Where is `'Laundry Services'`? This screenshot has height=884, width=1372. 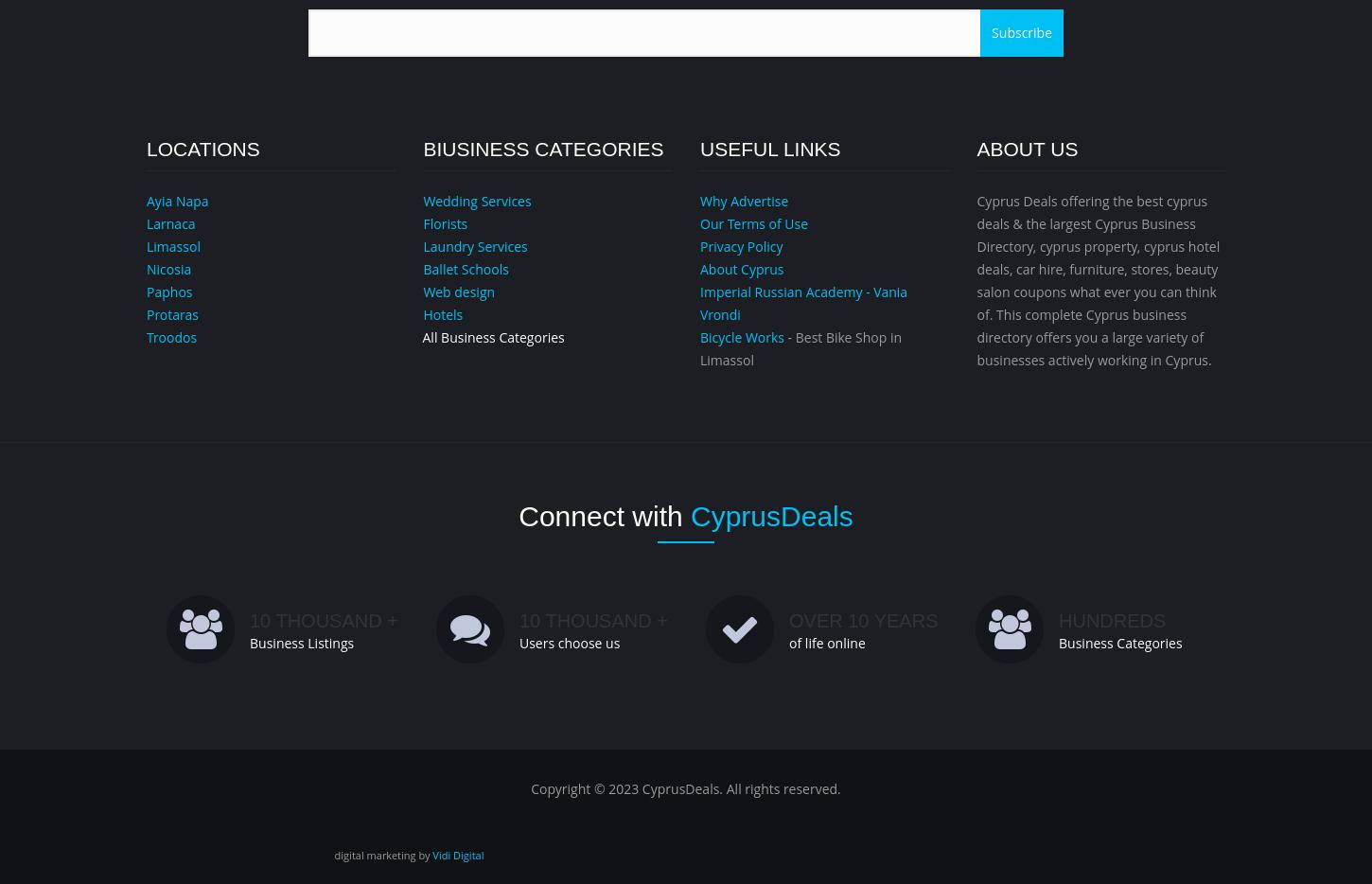
'Laundry Services' is located at coordinates (474, 246).